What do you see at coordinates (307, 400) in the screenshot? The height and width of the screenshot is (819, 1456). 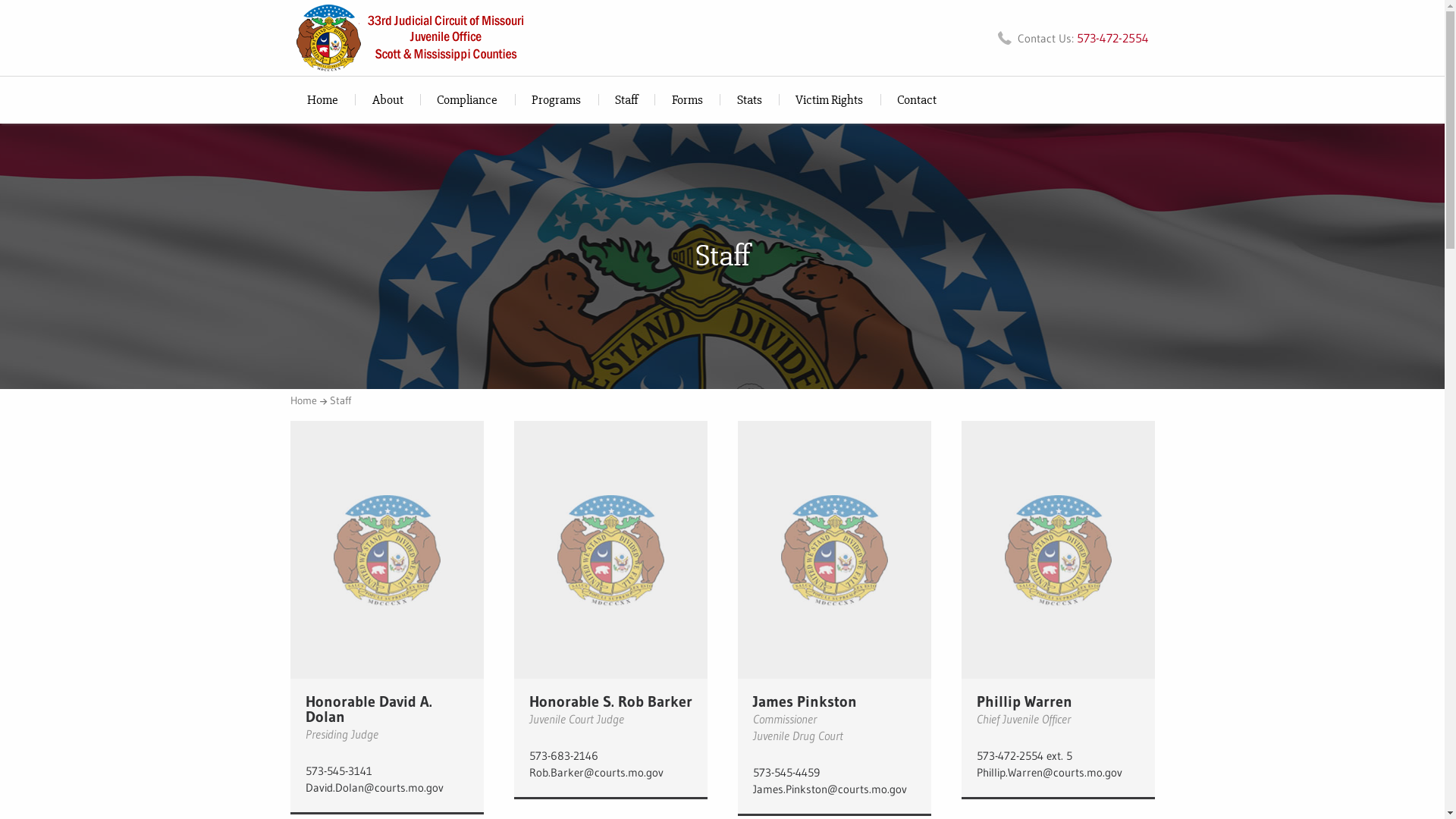 I see `'Home'` at bounding box center [307, 400].